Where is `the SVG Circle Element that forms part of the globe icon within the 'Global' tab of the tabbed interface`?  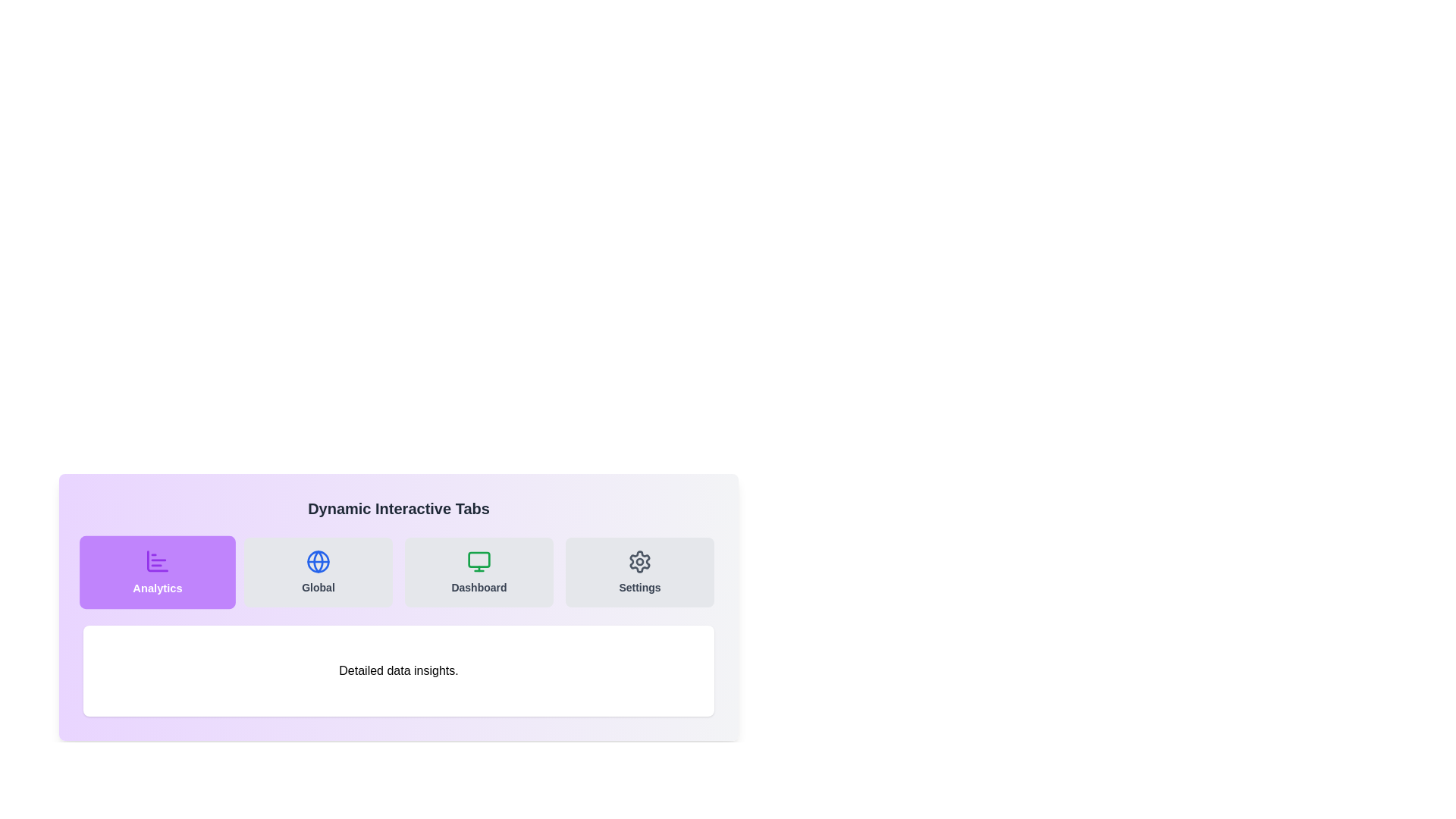 the SVG Circle Element that forms part of the globe icon within the 'Global' tab of the tabbed interface is located at coordinates (318, 561).